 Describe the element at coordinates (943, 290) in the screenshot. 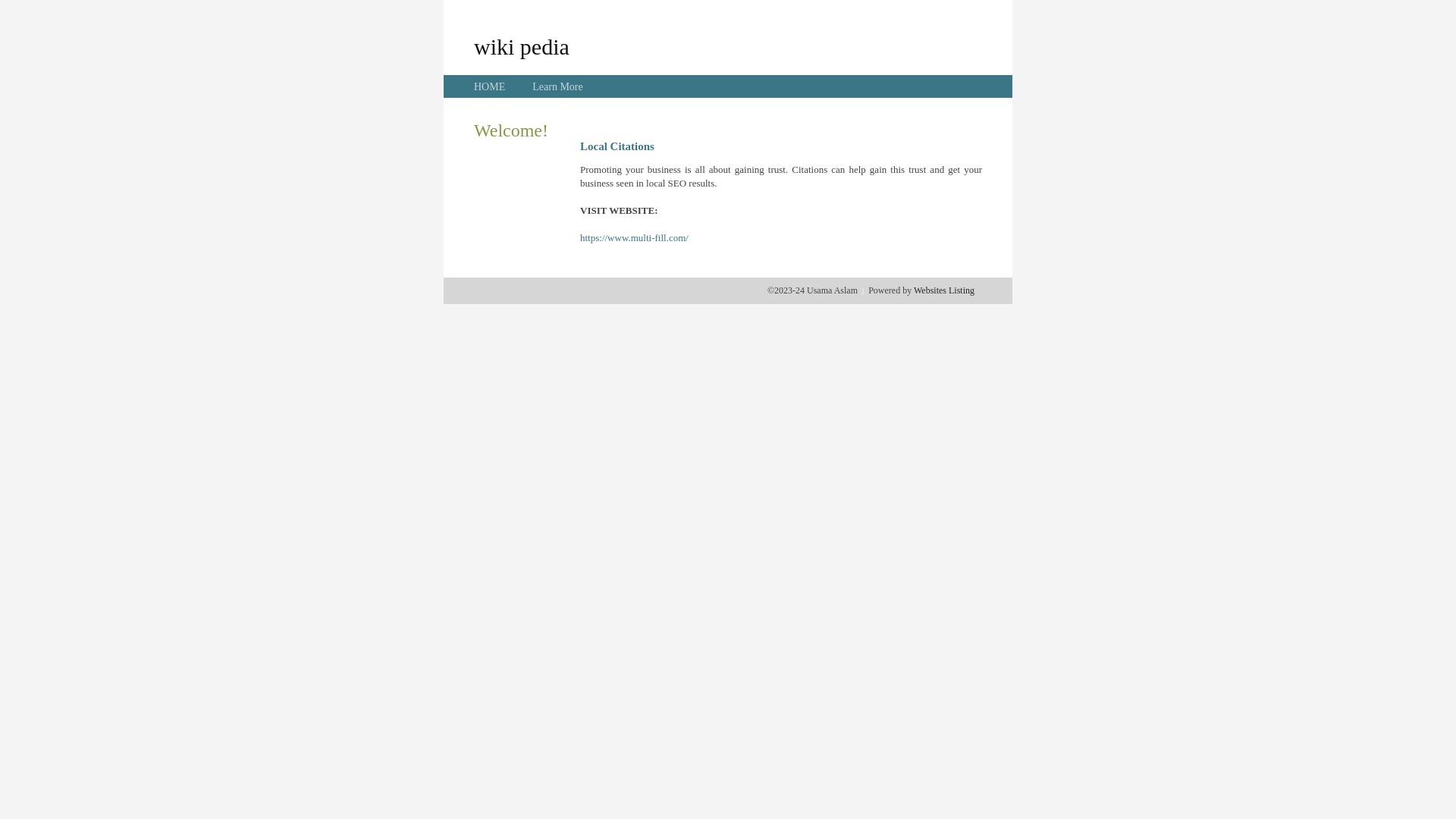

I see `'Websites Listing'` at that location.